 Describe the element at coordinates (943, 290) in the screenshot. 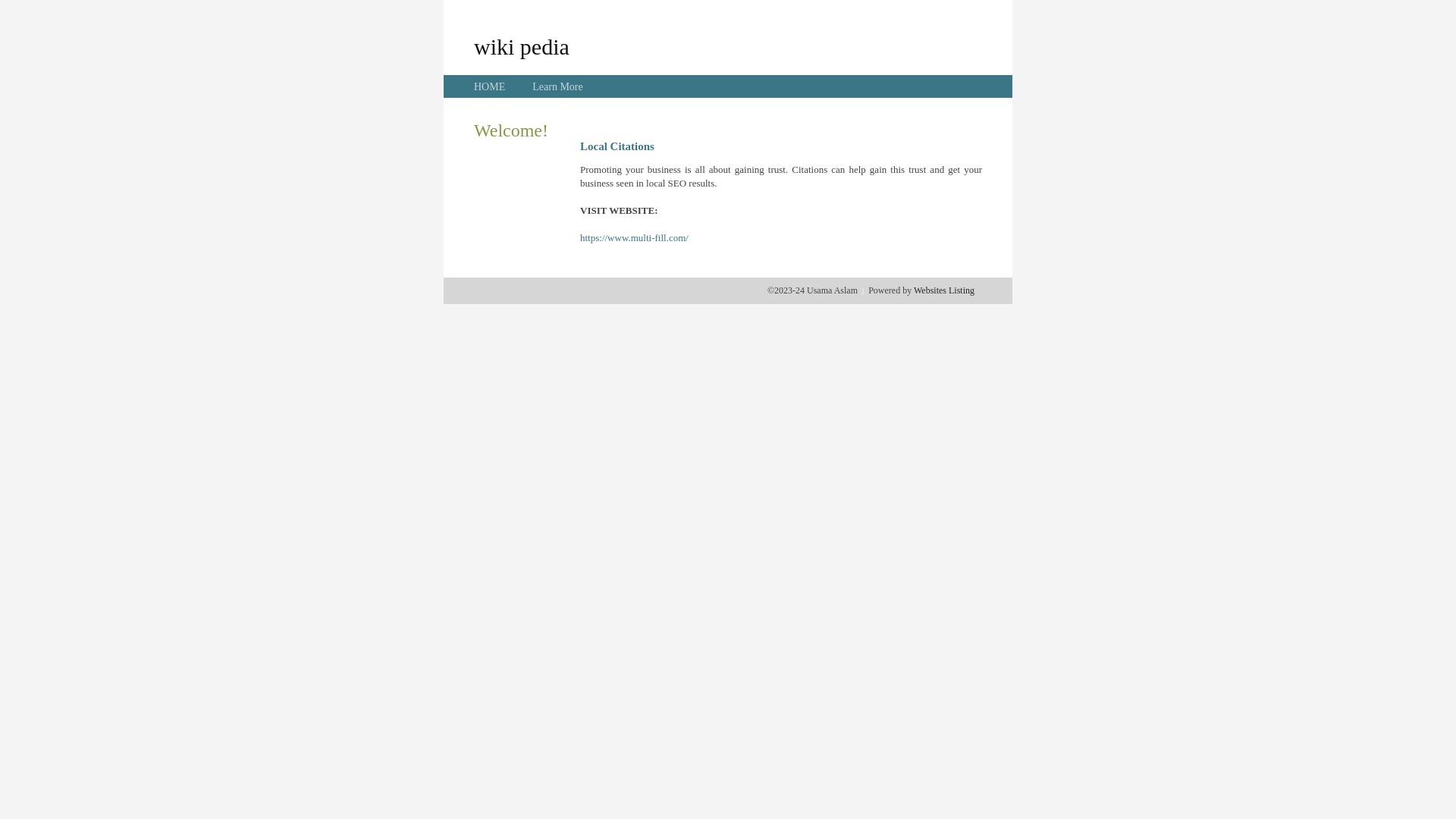

I see `'Websites Listing'` at that location.